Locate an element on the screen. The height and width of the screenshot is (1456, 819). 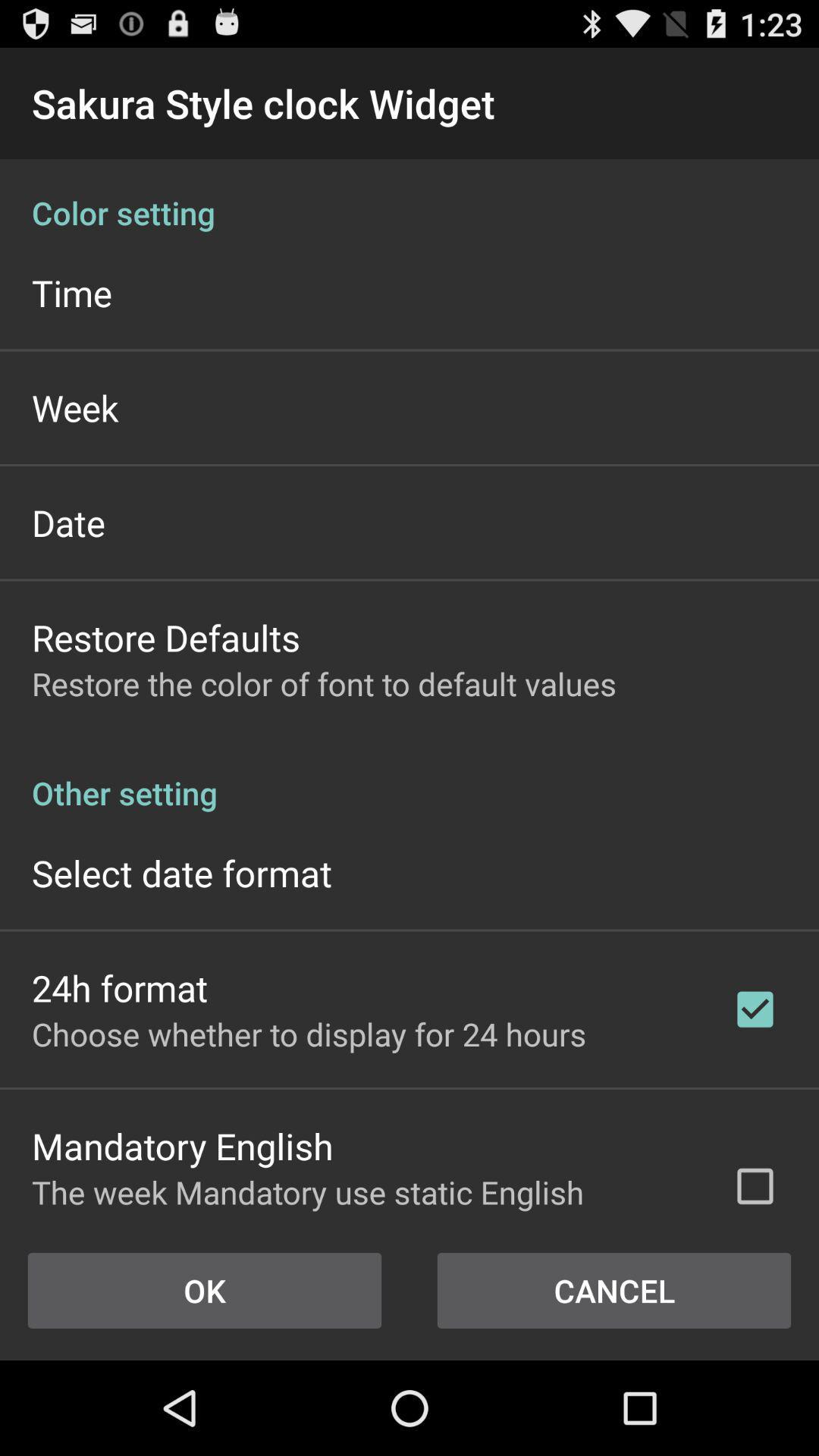
the ok item is located at coordinates (205, 1290).